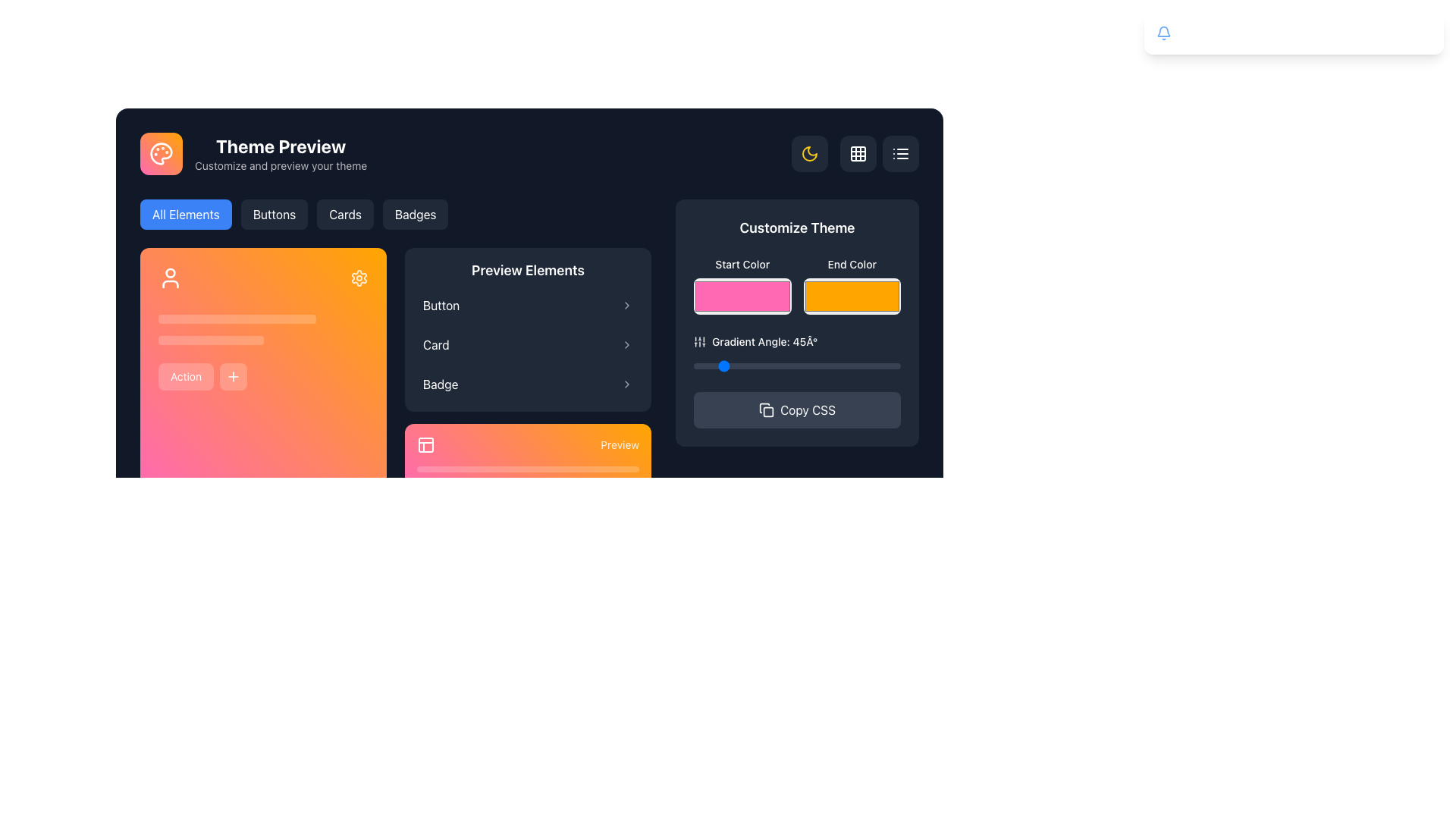  What do you see at coordinates (796, 353) in the screenshot?
I see `the label for the gradient angle adjustment option, located in the 'Customize Theme' section, above the 'Copy CSS' button` at bounding box center [796, 353].